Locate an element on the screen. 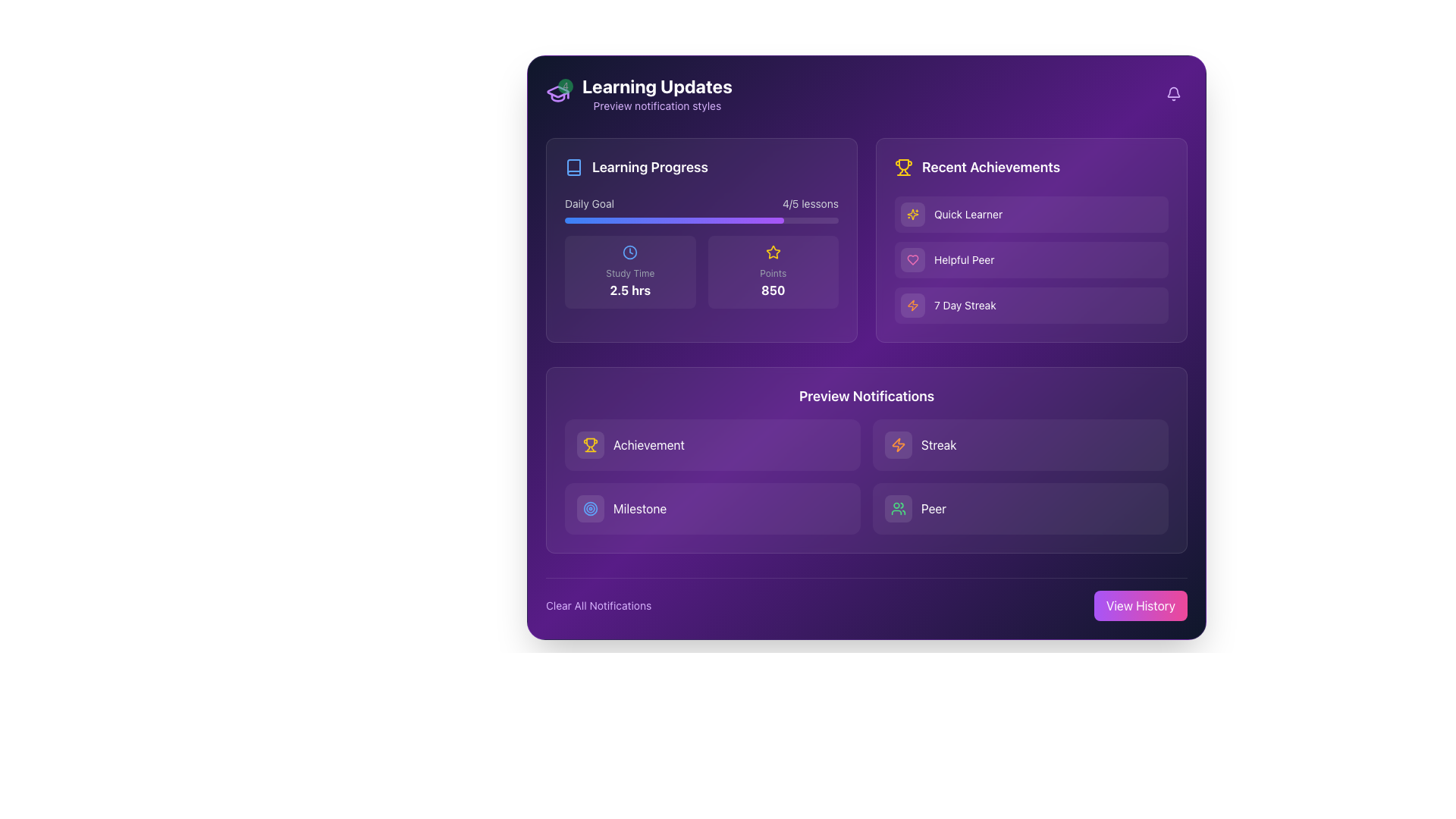 This screenshot has width=1456, height=819. the 'Recent Achievements' header text with the accompanying gold-colored trophy icon, prominently displayed at the top-center of the right panel is located at coordinates (1031, 167).